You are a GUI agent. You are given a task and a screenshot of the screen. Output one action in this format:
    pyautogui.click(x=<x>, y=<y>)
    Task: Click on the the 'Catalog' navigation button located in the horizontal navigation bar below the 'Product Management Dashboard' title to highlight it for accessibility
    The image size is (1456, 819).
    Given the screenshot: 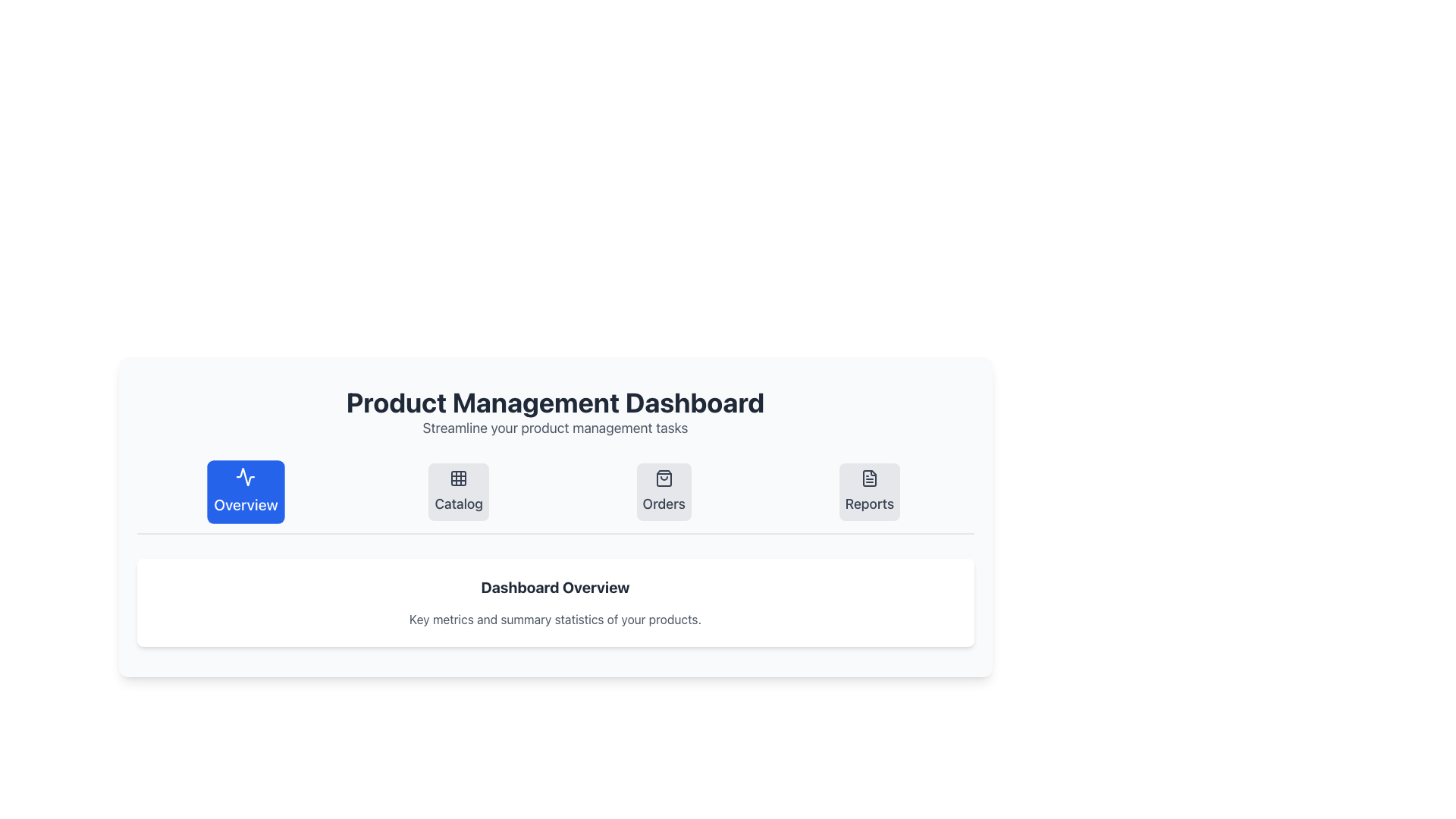 What is the action you would take?
    pyautogui.click(x=458, y=491)
    